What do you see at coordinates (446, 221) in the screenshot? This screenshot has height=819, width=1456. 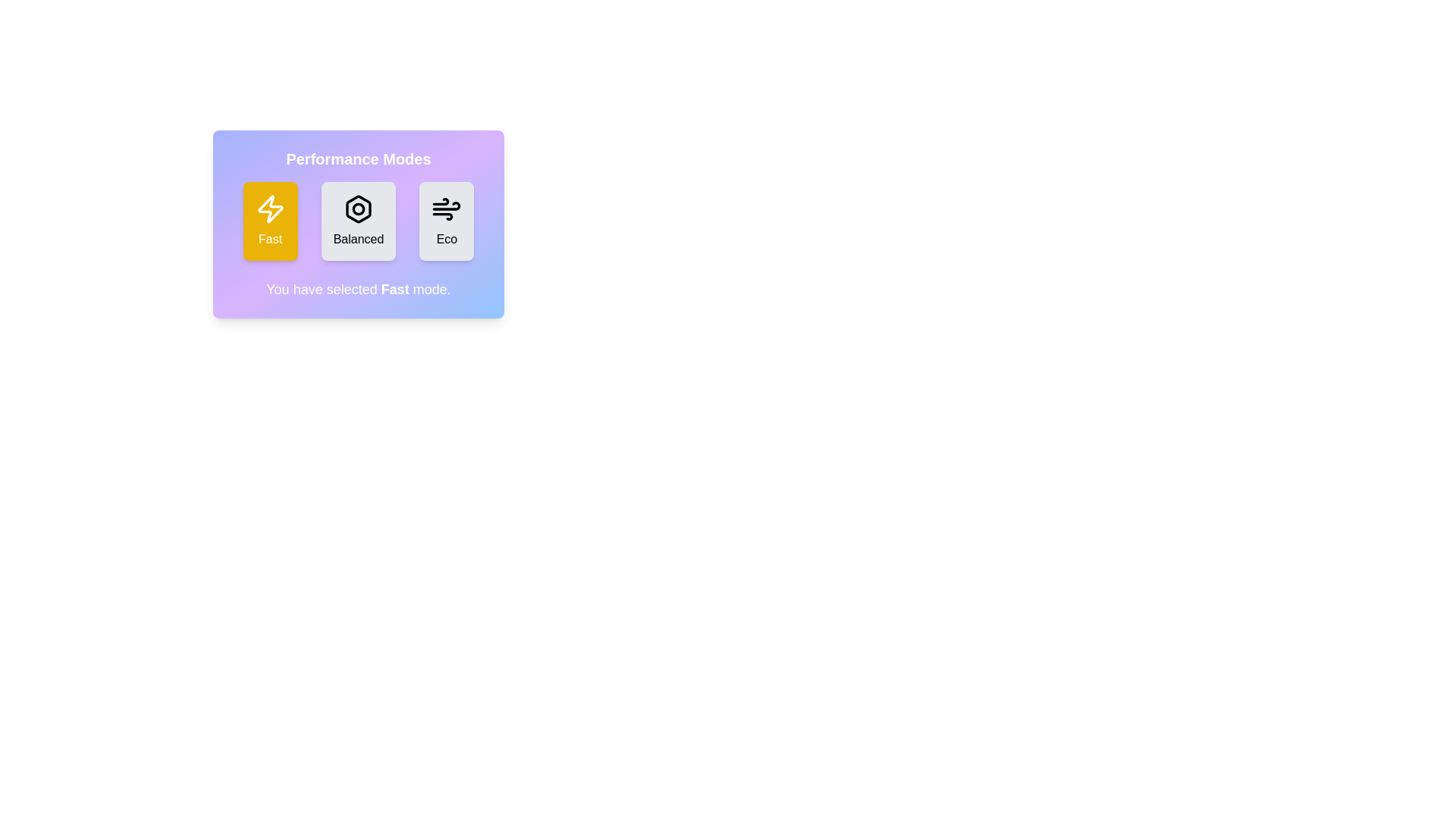 I see `the button corresponding to the mode 'Eco' to select it` at bounding box center [446, 221].